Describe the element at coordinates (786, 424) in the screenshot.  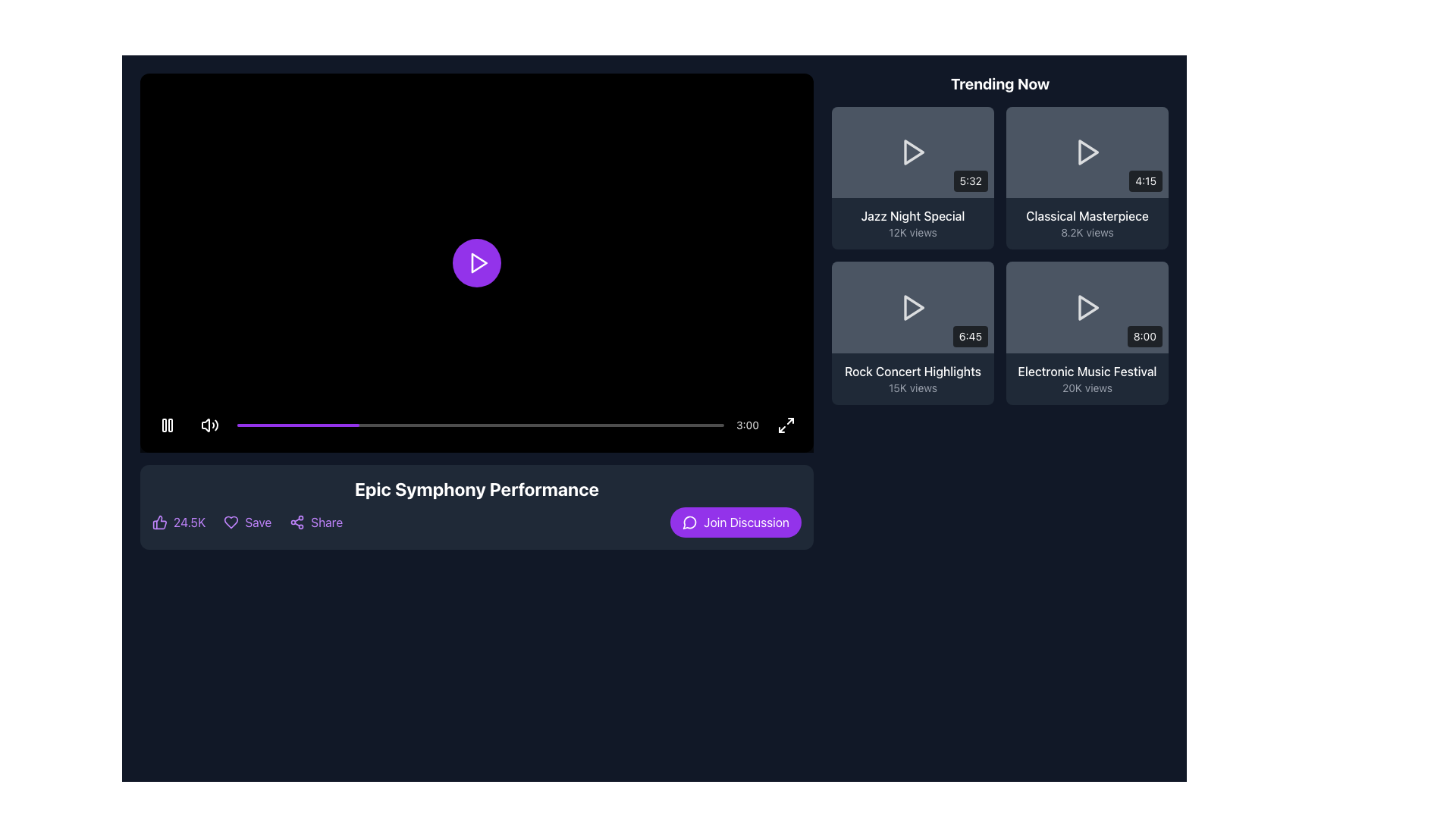
I see `the maximize button, which is a circular button located in the bottom-right corner of the video player, adjacent to the timestamp '3:00'` at that location.